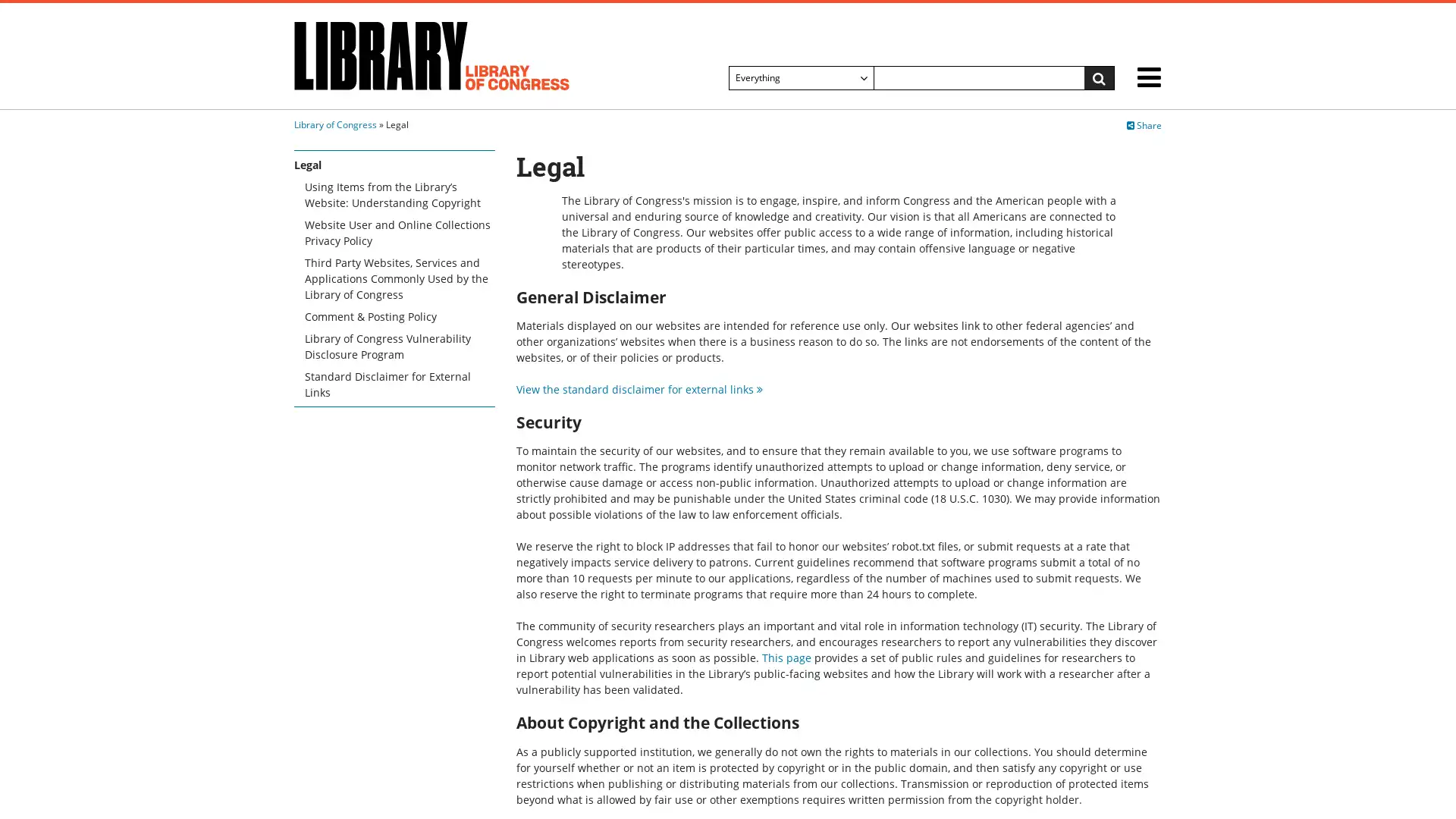  Describe the element at coordinates (1149, 80) in the screenshot. I see `menu` at that location.